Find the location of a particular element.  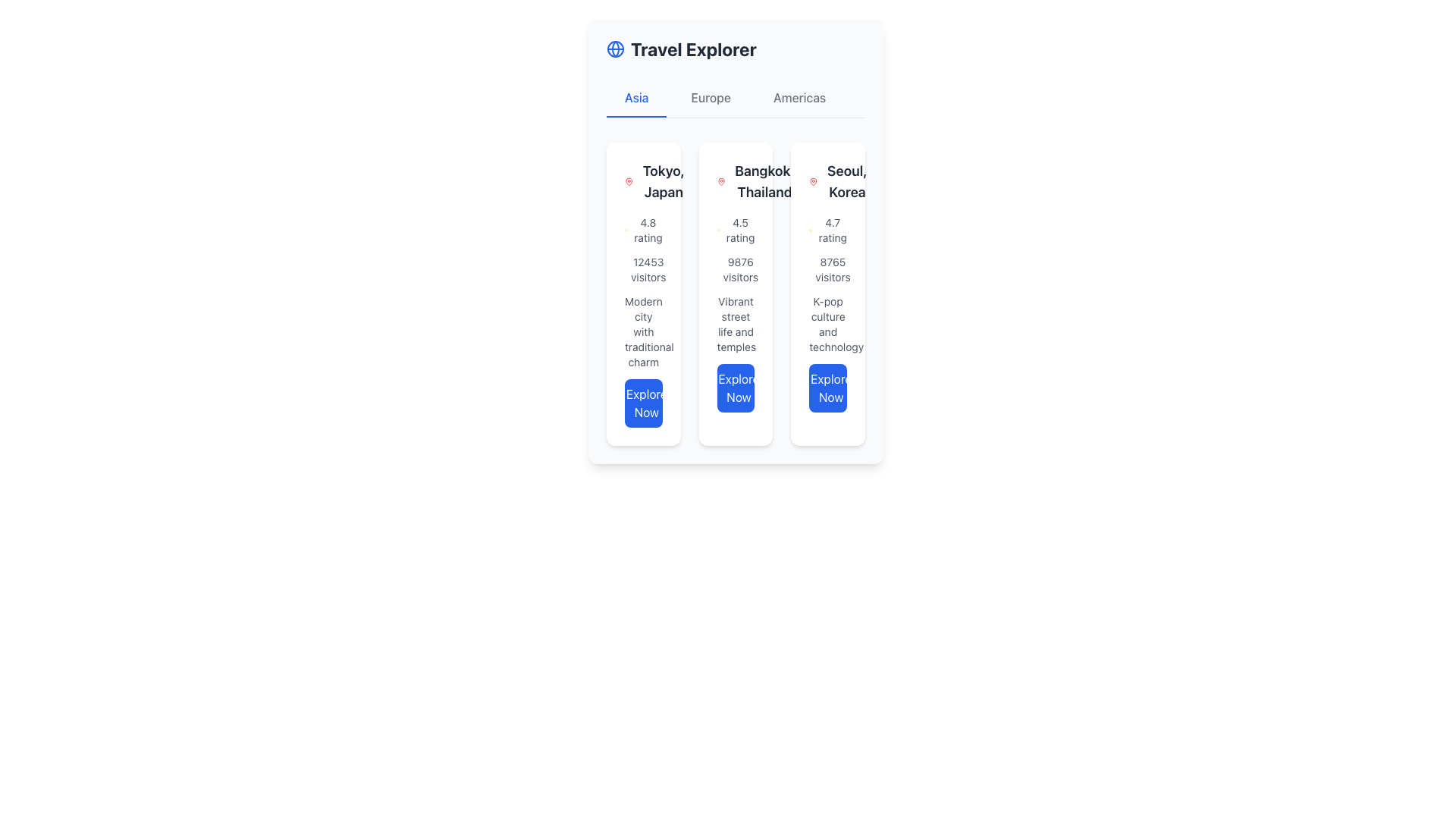

location identifier text that is accompanied by a map pin icon, located in the center card of the horizontally-arranged group of three cards under the 'Asia' section is located at coordinates (757, 180).